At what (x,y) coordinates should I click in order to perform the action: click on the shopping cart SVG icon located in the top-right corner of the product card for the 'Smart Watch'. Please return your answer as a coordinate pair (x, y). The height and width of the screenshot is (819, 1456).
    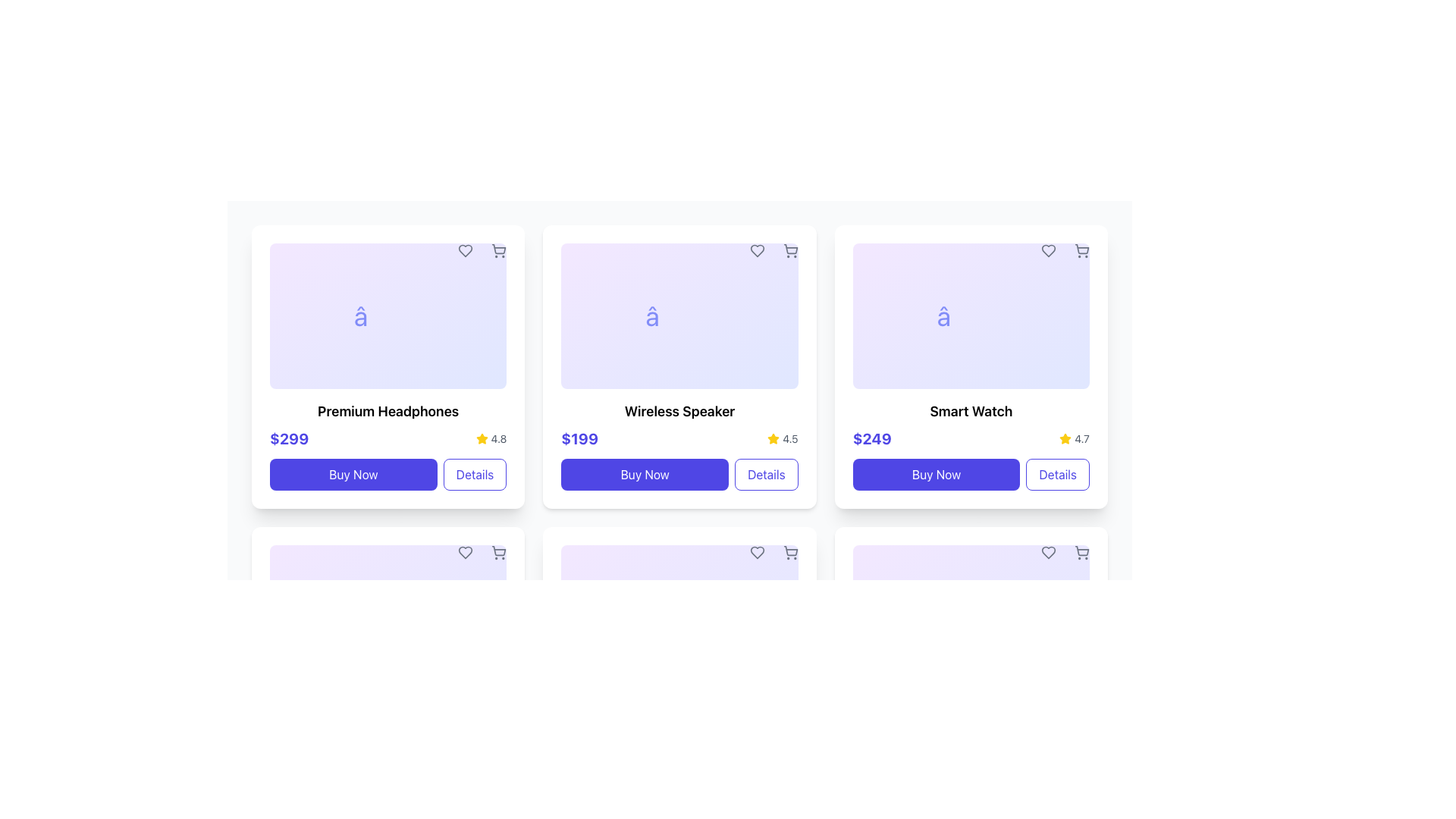
    Looking at the image, I should click on (1081, 551).